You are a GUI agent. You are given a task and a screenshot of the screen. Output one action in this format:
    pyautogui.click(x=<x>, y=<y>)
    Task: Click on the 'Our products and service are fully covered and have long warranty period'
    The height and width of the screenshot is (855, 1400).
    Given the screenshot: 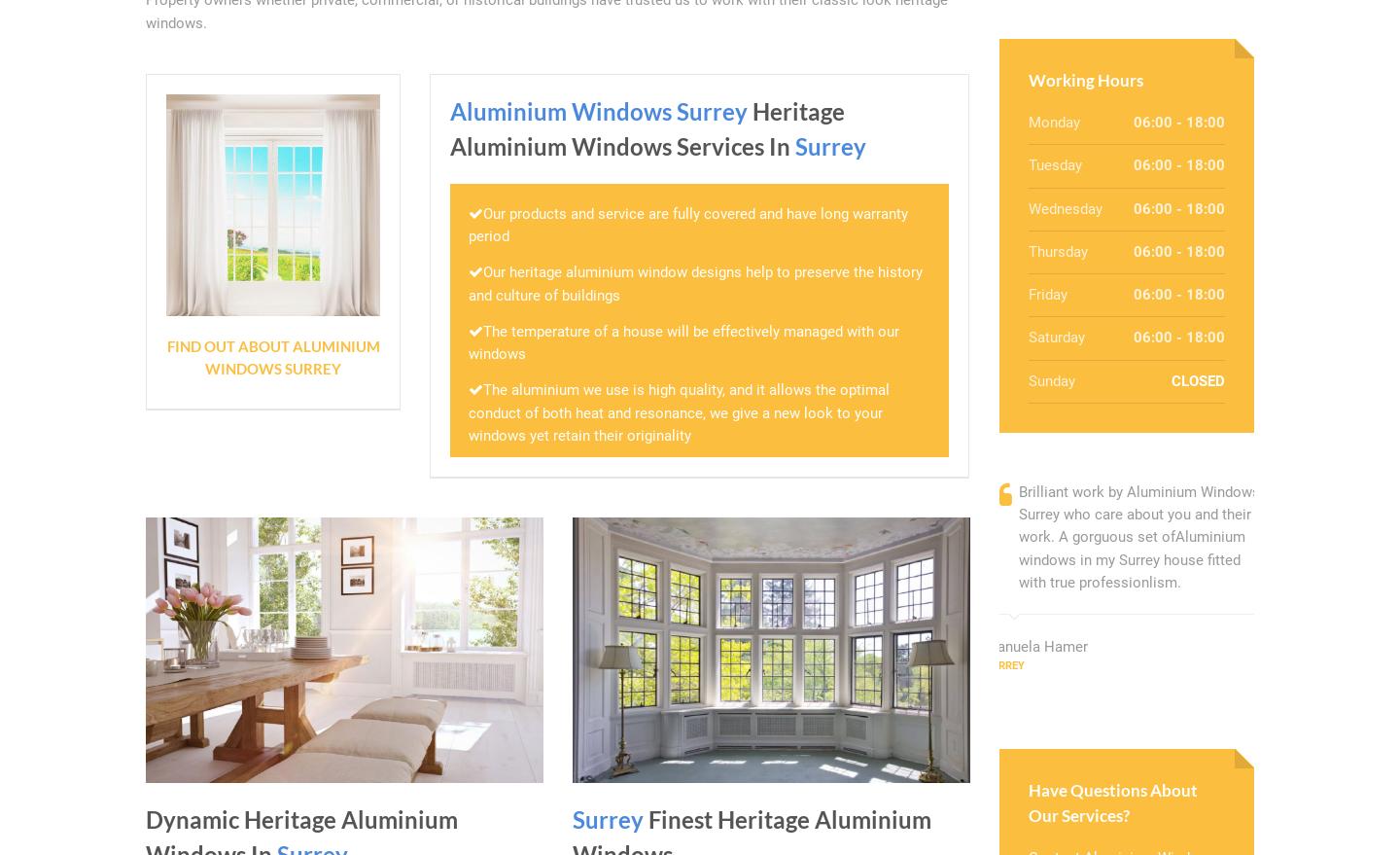 What is the action you would take?
    pyautogui.click(x=688, y=225)
    